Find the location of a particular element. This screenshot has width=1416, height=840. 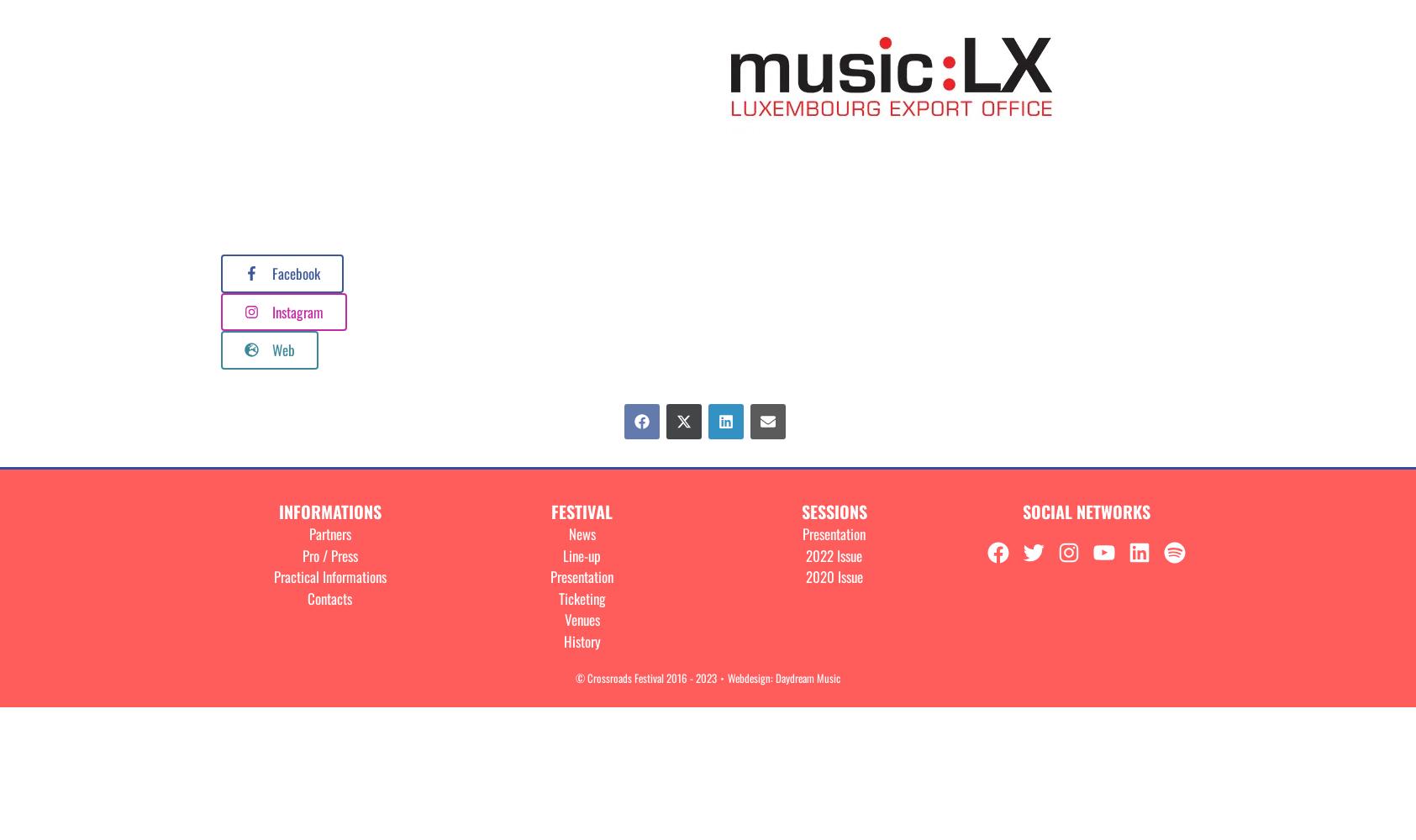

'Ticketing' is located at coordinates (581, 596).